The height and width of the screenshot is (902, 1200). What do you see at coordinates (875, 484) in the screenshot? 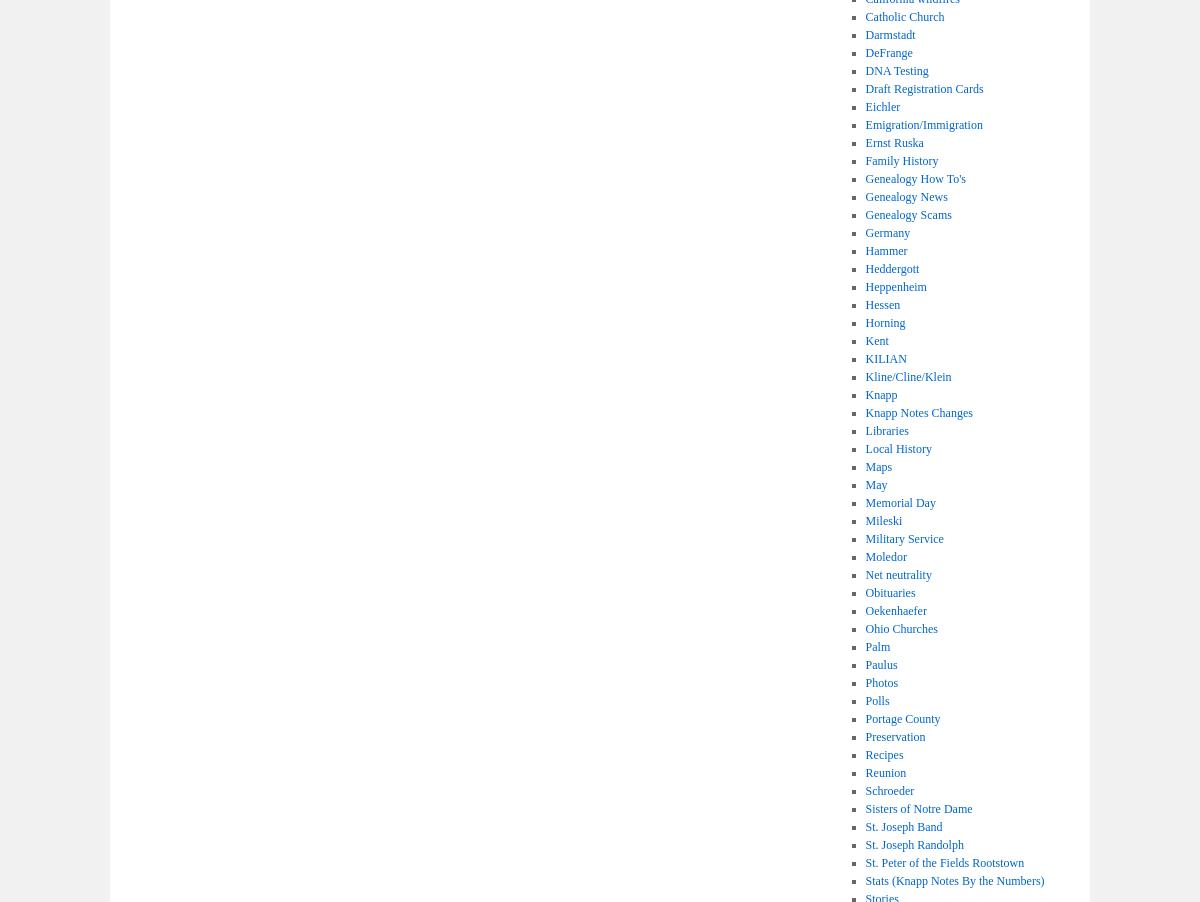
I see `'May'` at bounding box center [875, 484].